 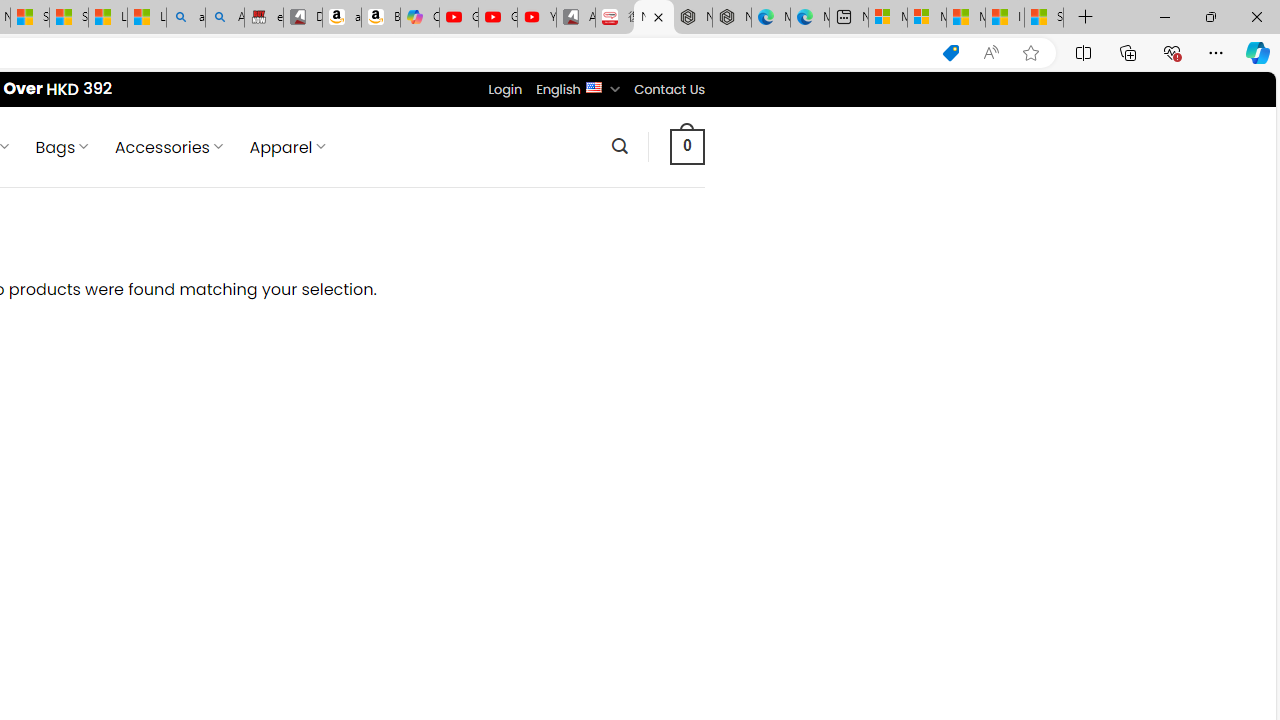 What do you see at coordinates (341, 17) in the screenshot?
I see `'amazon.in/dp/B0CX59H5W7/?tag=gsmcom05-21'` at bounding box center [341, 17].